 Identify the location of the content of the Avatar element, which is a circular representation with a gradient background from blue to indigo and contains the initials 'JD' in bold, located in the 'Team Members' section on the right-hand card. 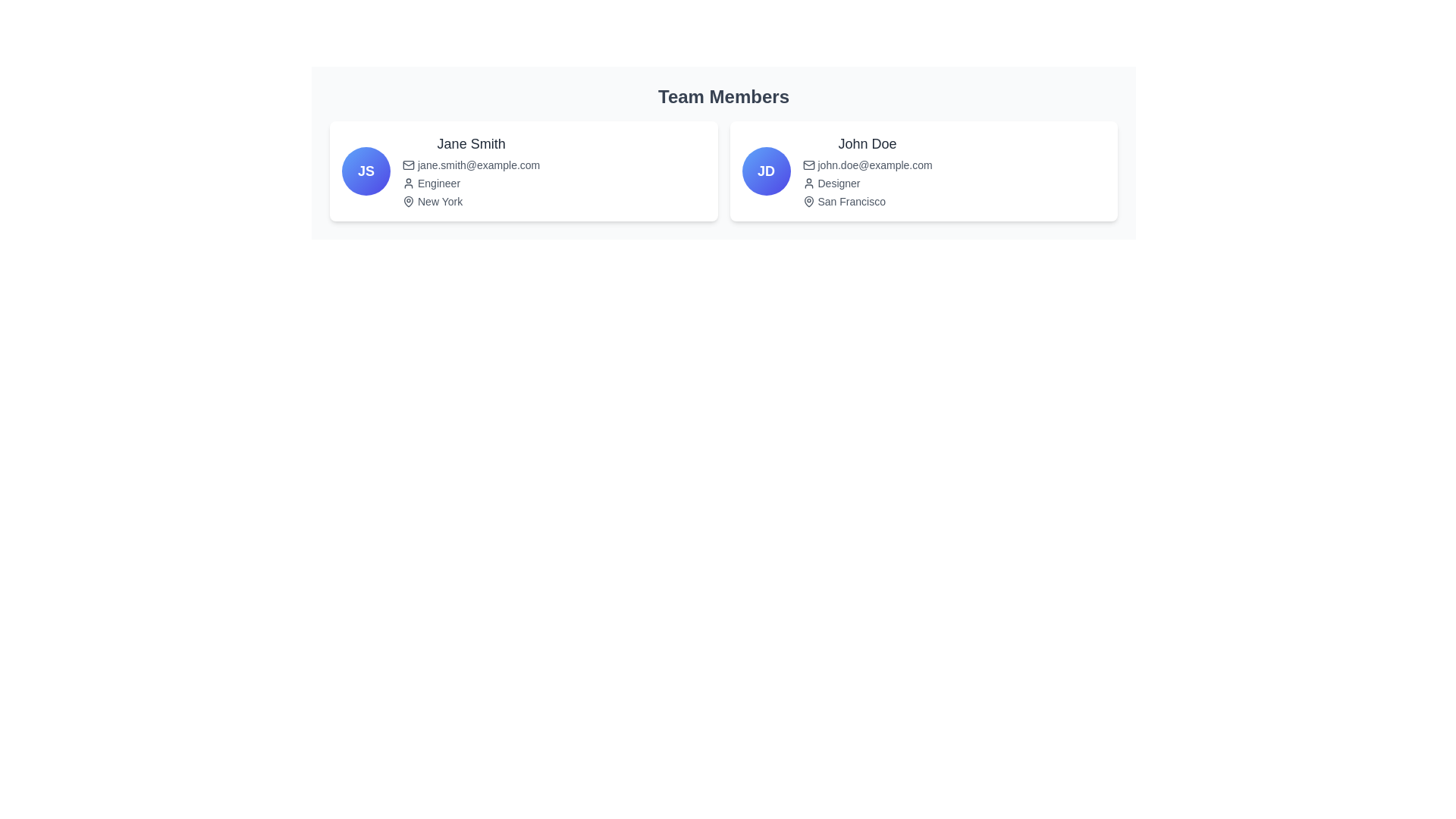
(766, 171).